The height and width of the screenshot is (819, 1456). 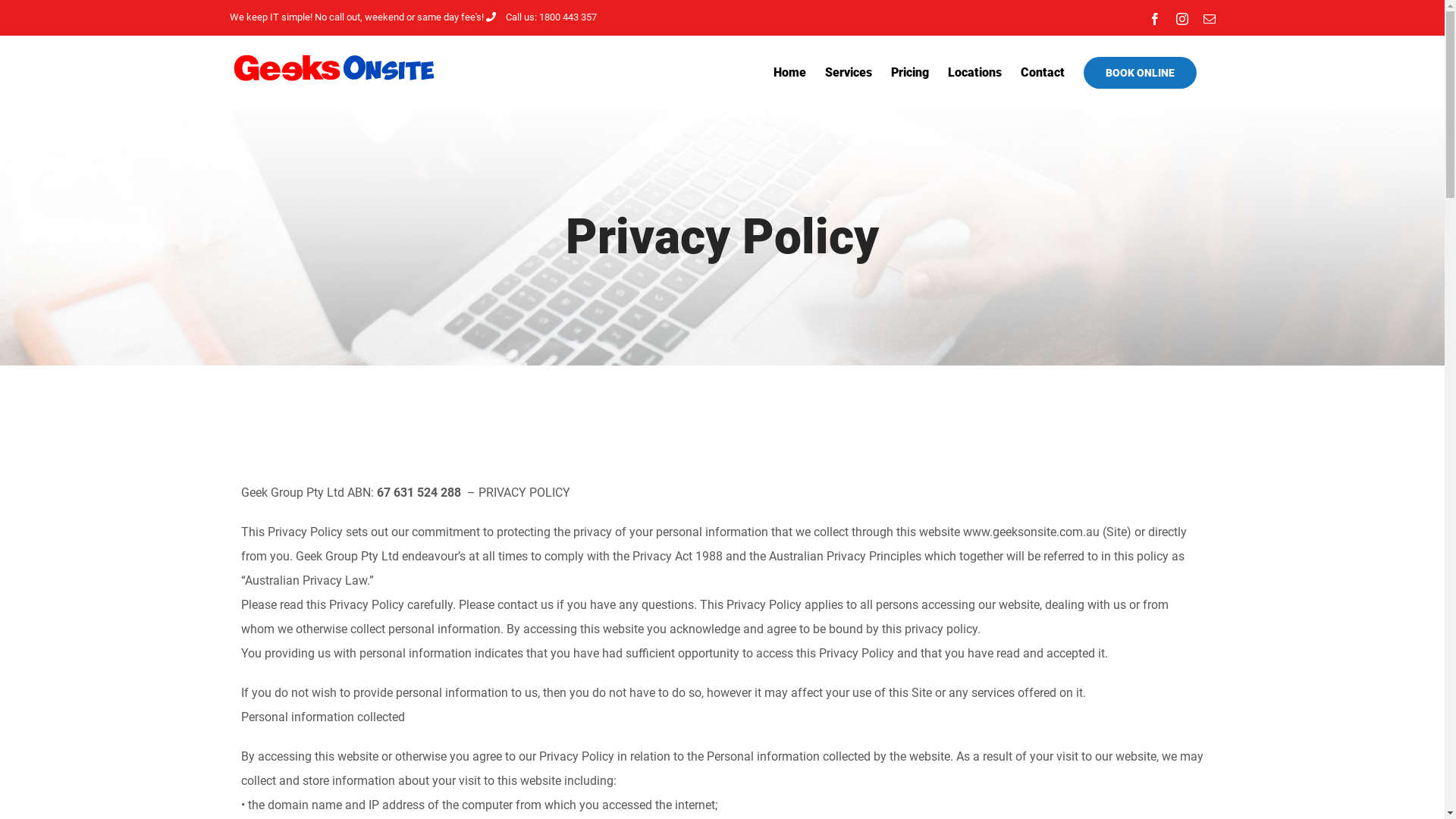 I want to click on 'Call us: 1800 443 357', so click(x=541, y=17).